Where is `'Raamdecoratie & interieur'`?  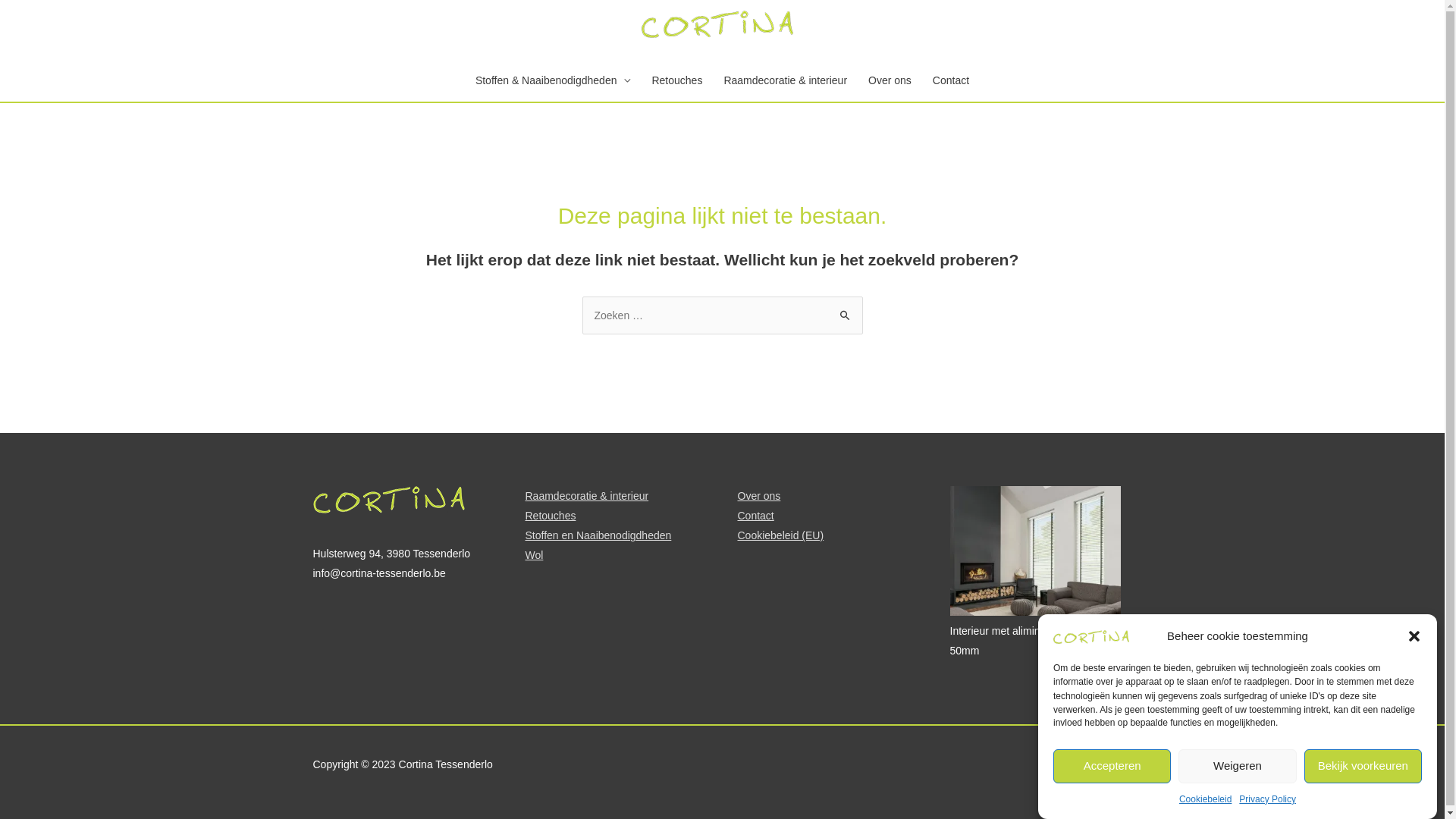 'Raamdecoratie & interieur' is located at coordinates (785, 80).